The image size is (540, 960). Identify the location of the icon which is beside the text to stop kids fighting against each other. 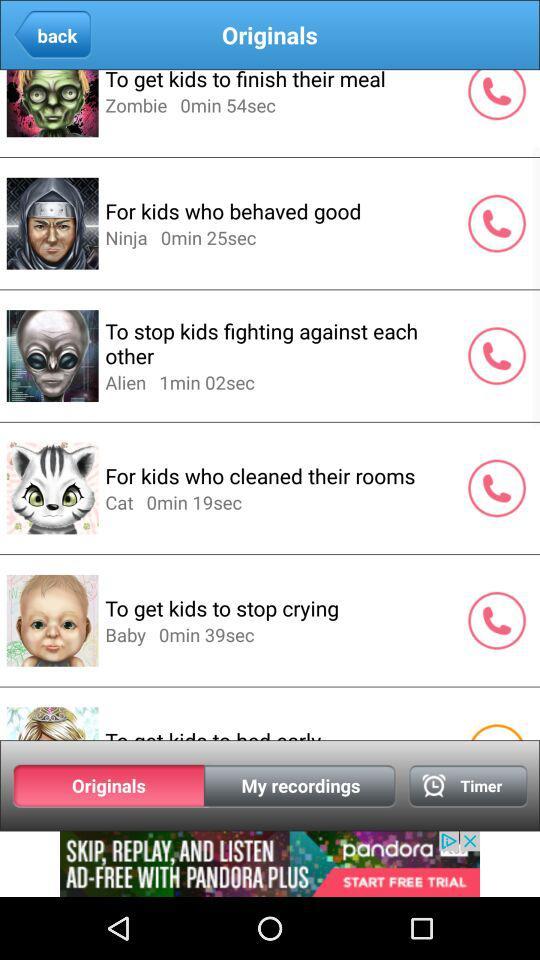
(496, 355).